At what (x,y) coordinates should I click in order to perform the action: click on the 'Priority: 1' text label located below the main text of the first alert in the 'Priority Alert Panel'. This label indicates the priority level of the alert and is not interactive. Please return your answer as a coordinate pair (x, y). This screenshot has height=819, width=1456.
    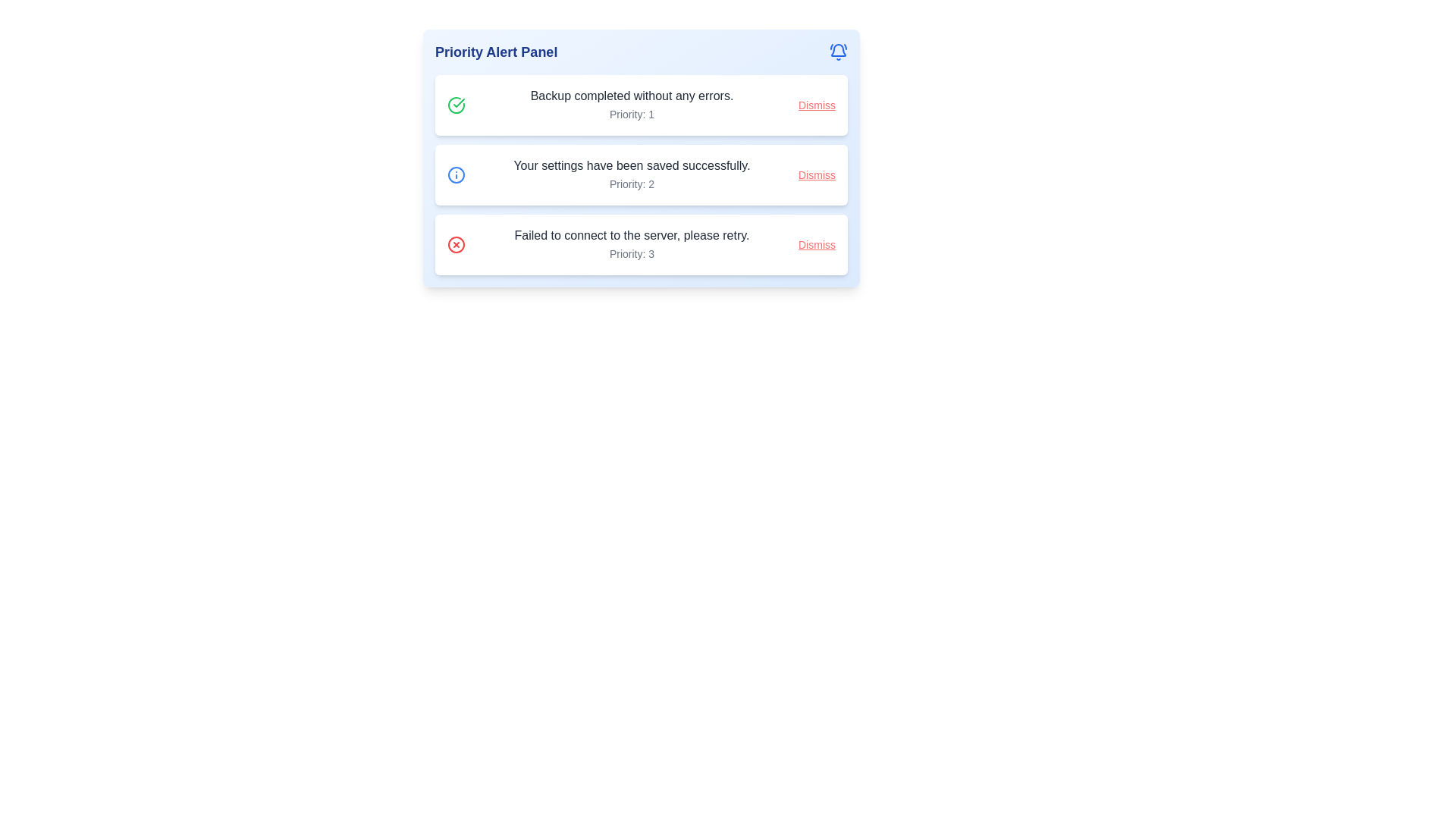
    Looking at the image, I should click on (632, 113).